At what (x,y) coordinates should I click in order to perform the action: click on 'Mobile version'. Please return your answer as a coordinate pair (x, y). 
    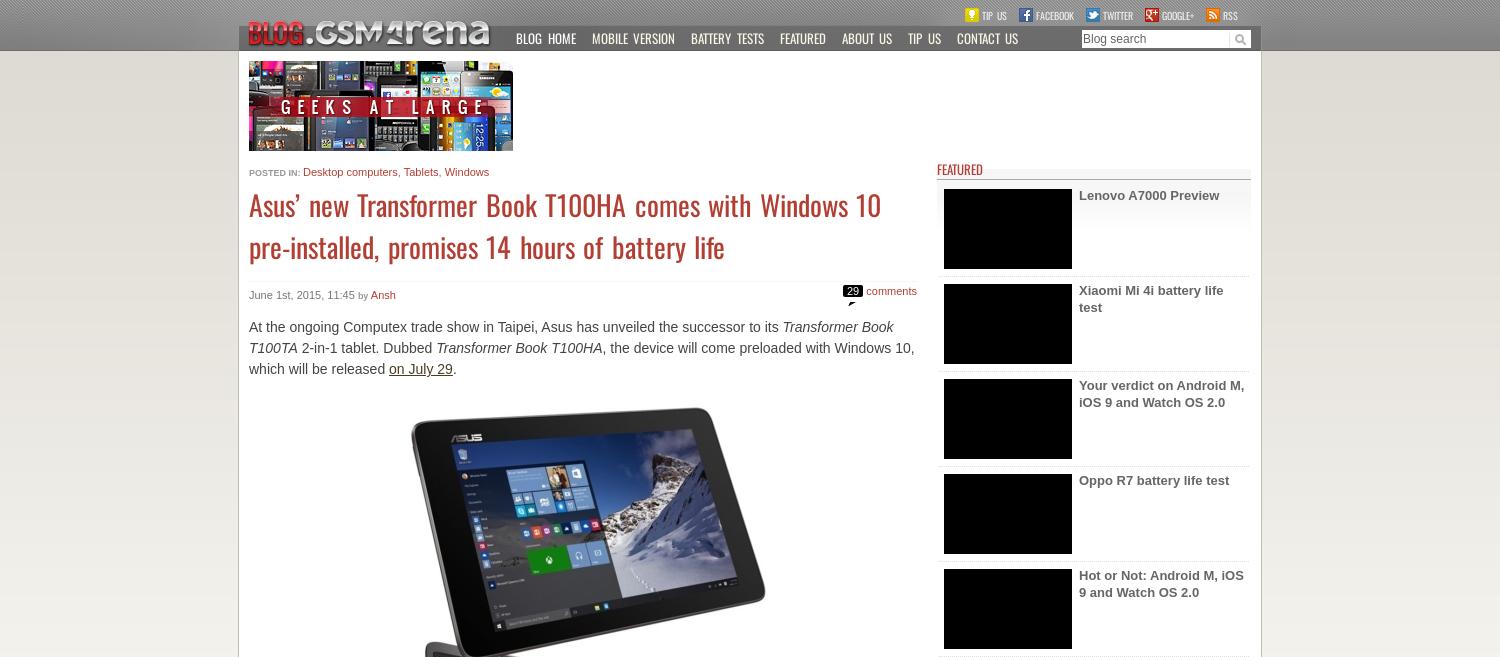
    Looking at the image, I should click on (590, 37).